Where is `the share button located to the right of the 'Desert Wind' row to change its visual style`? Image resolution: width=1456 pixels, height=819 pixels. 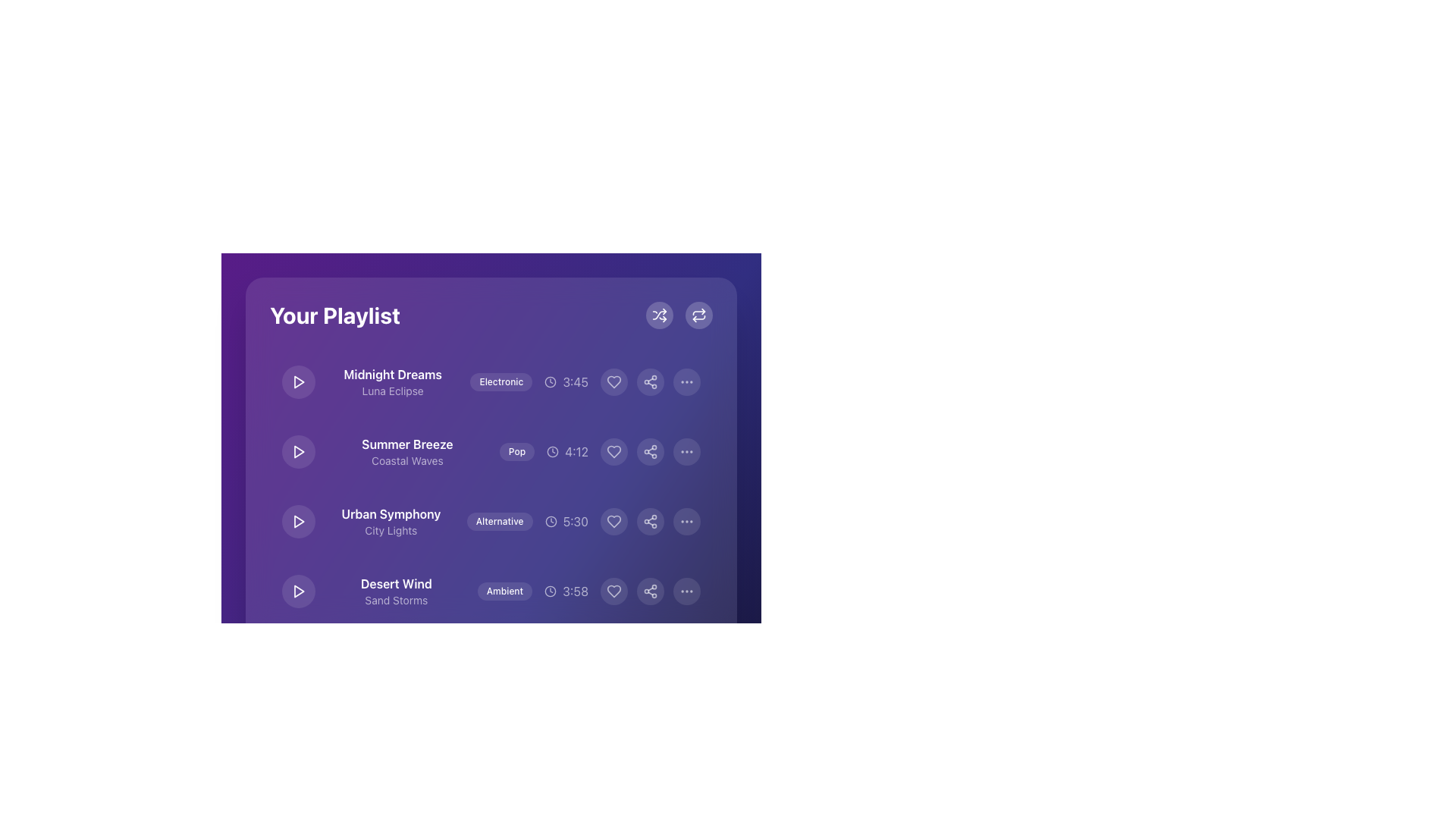 the share button located to the right of the 'Desert Wind' row to change its visual style is located at coordinates (651, 590).